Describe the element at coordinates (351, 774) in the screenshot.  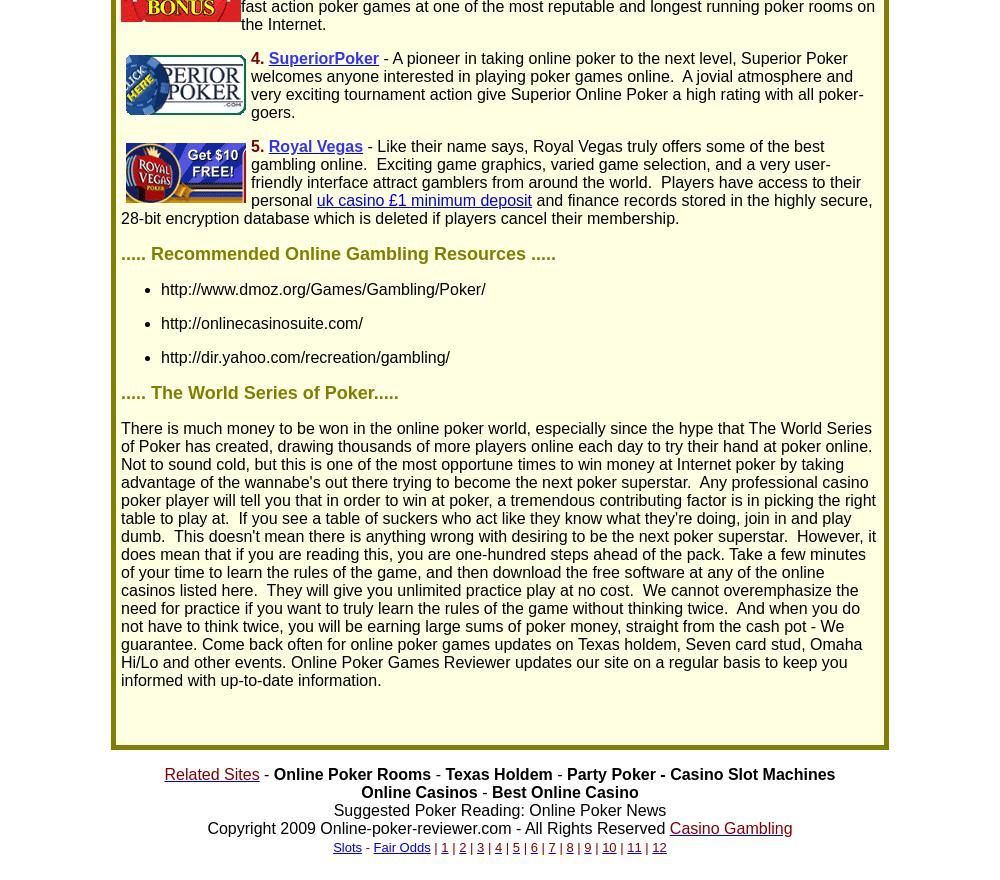
I see `'Online Poker Rooms'` at that location.